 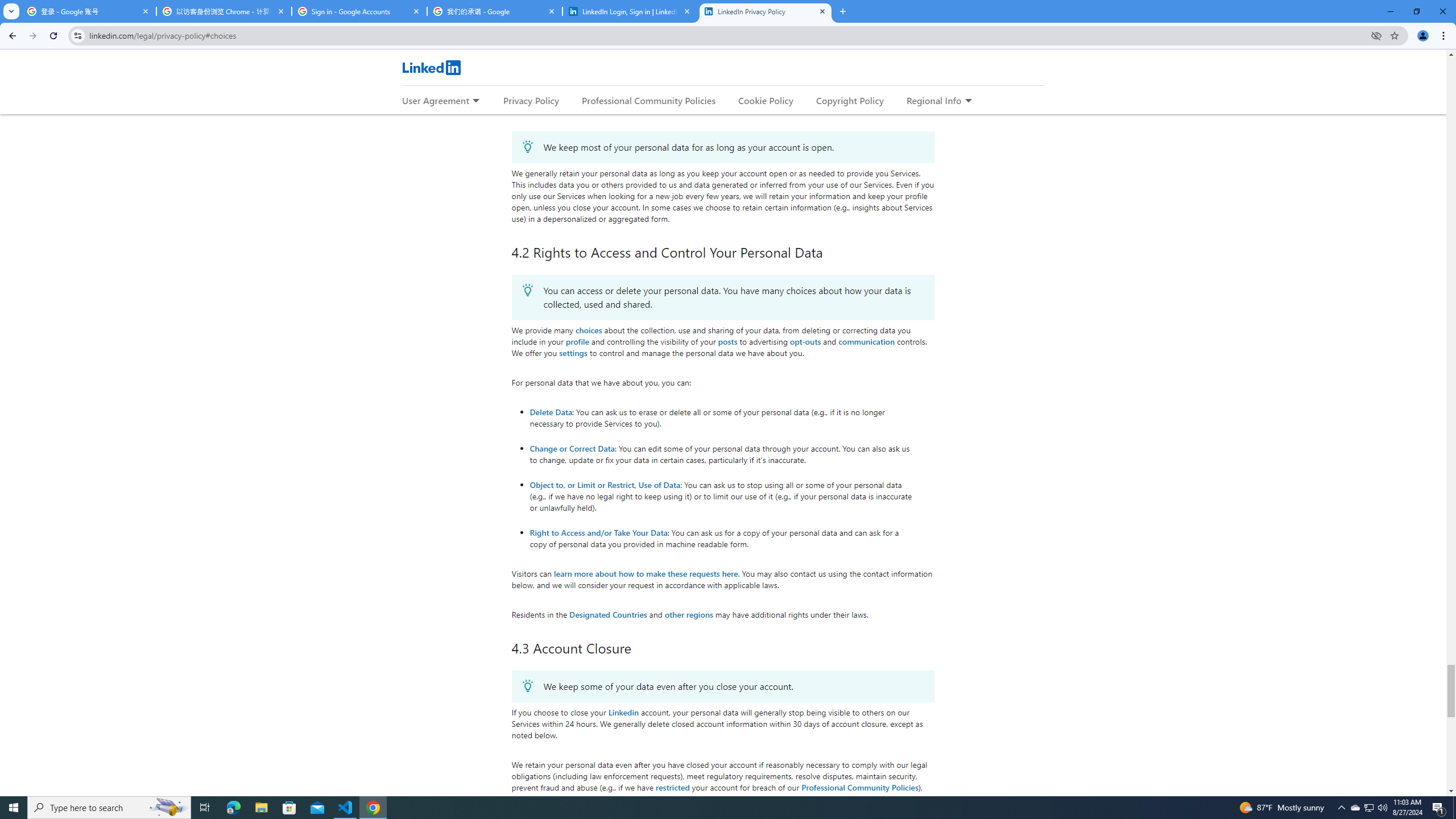 What do you see at coordinates (550, 411) in the screenshot?
I see `'Delete Data'` at bounding box center [550, 411].